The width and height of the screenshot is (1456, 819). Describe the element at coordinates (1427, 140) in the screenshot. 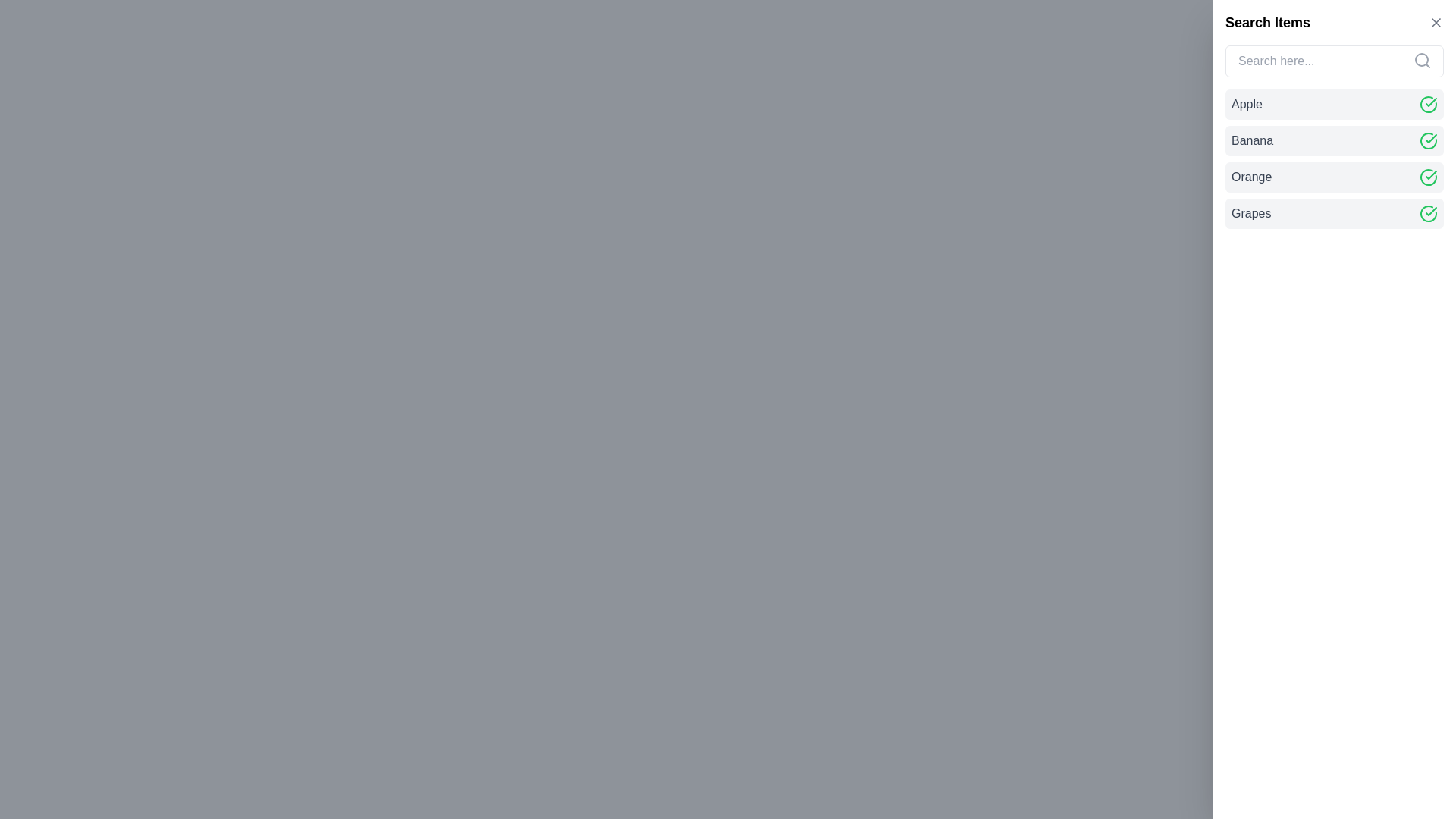

I see `the circular icon with a green outline and checkmark symbol, located to the right of the text 'Banana' in the sidebar's second row` at that location.